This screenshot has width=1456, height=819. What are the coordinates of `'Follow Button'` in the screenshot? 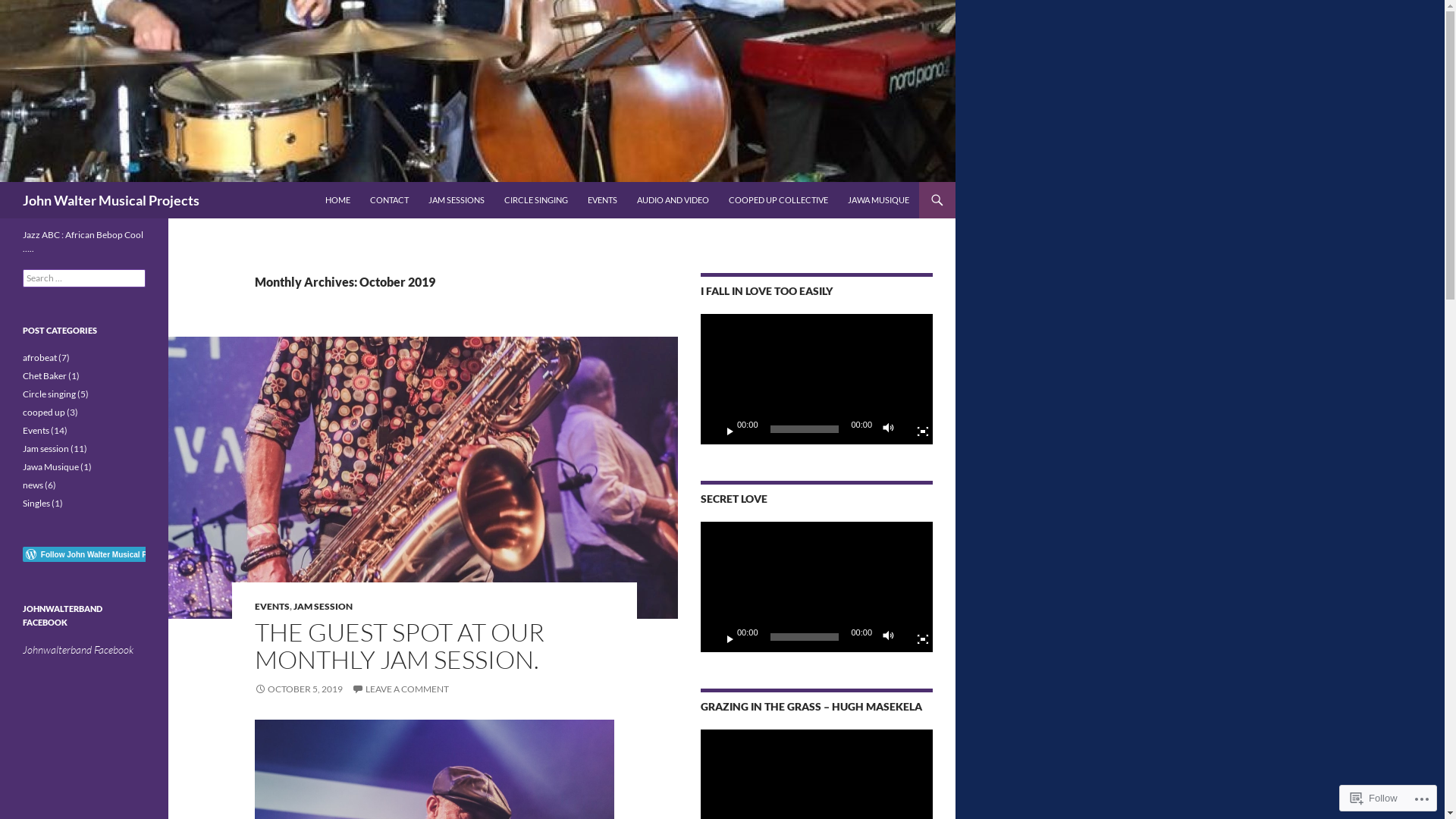 It's located at (83, 554).